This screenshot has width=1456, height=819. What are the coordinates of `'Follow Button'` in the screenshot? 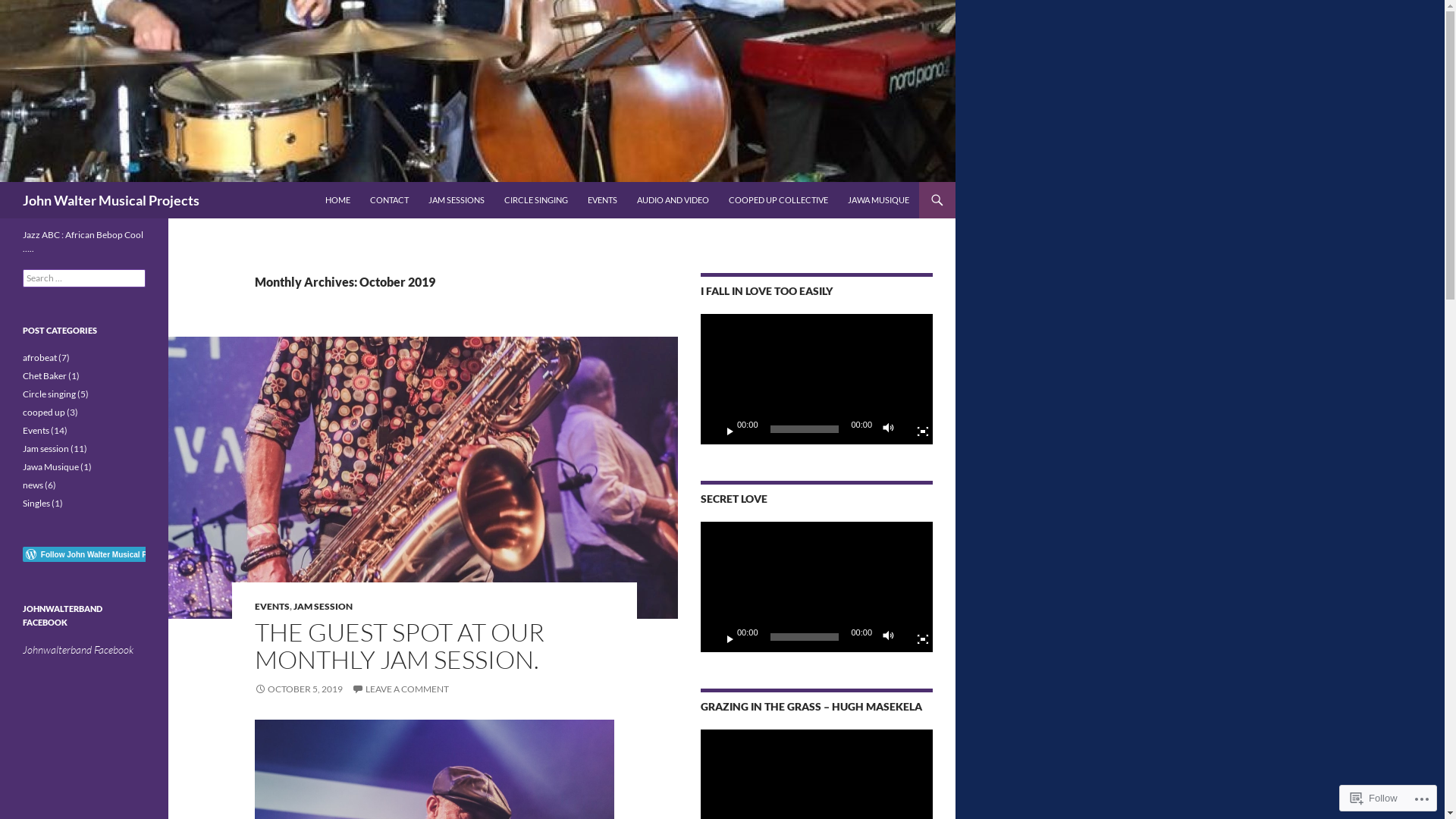 It's located at (83, 554).